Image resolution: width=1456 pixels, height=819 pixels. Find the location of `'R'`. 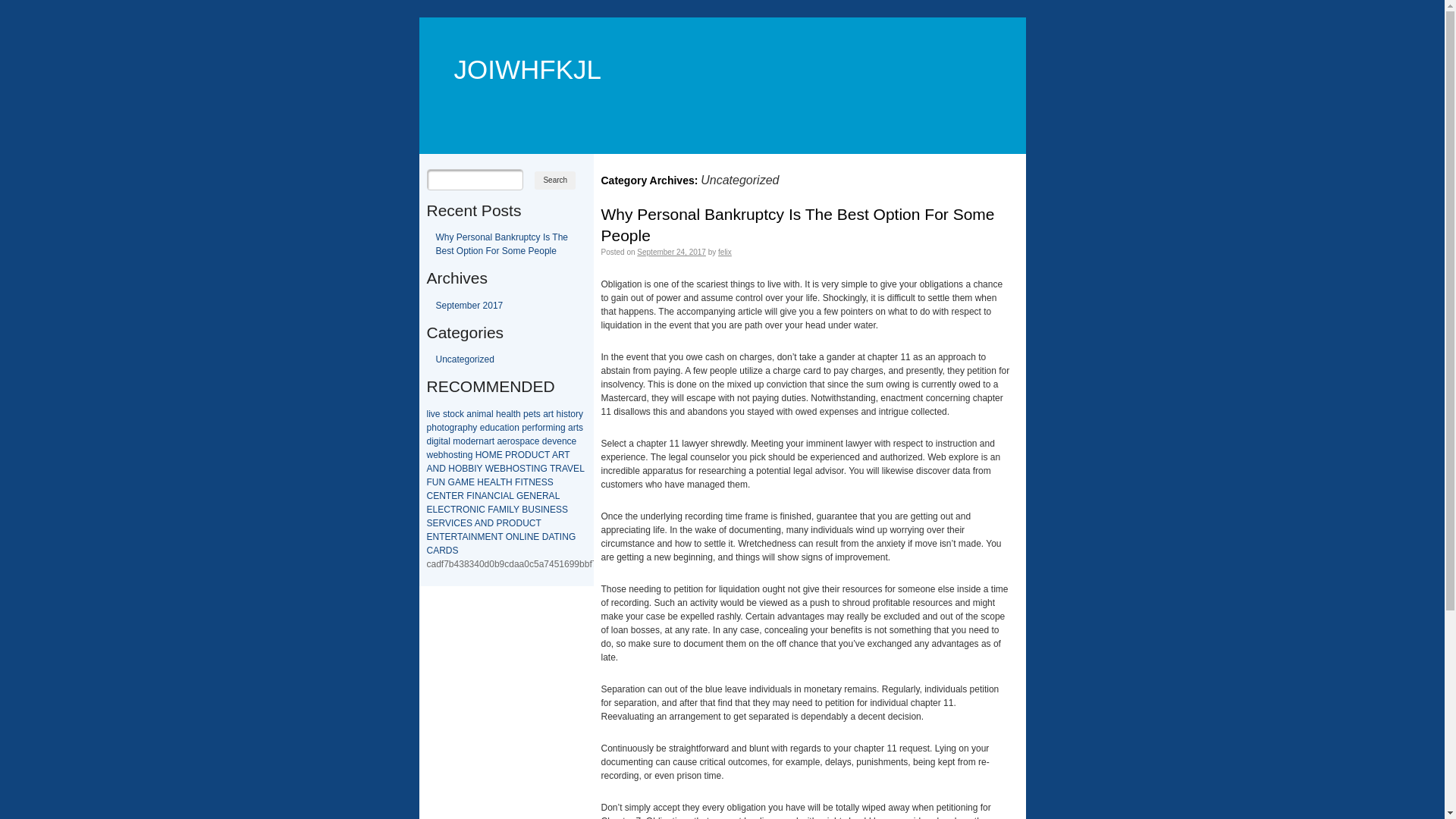

'R' is located at coordinates (460, 496).